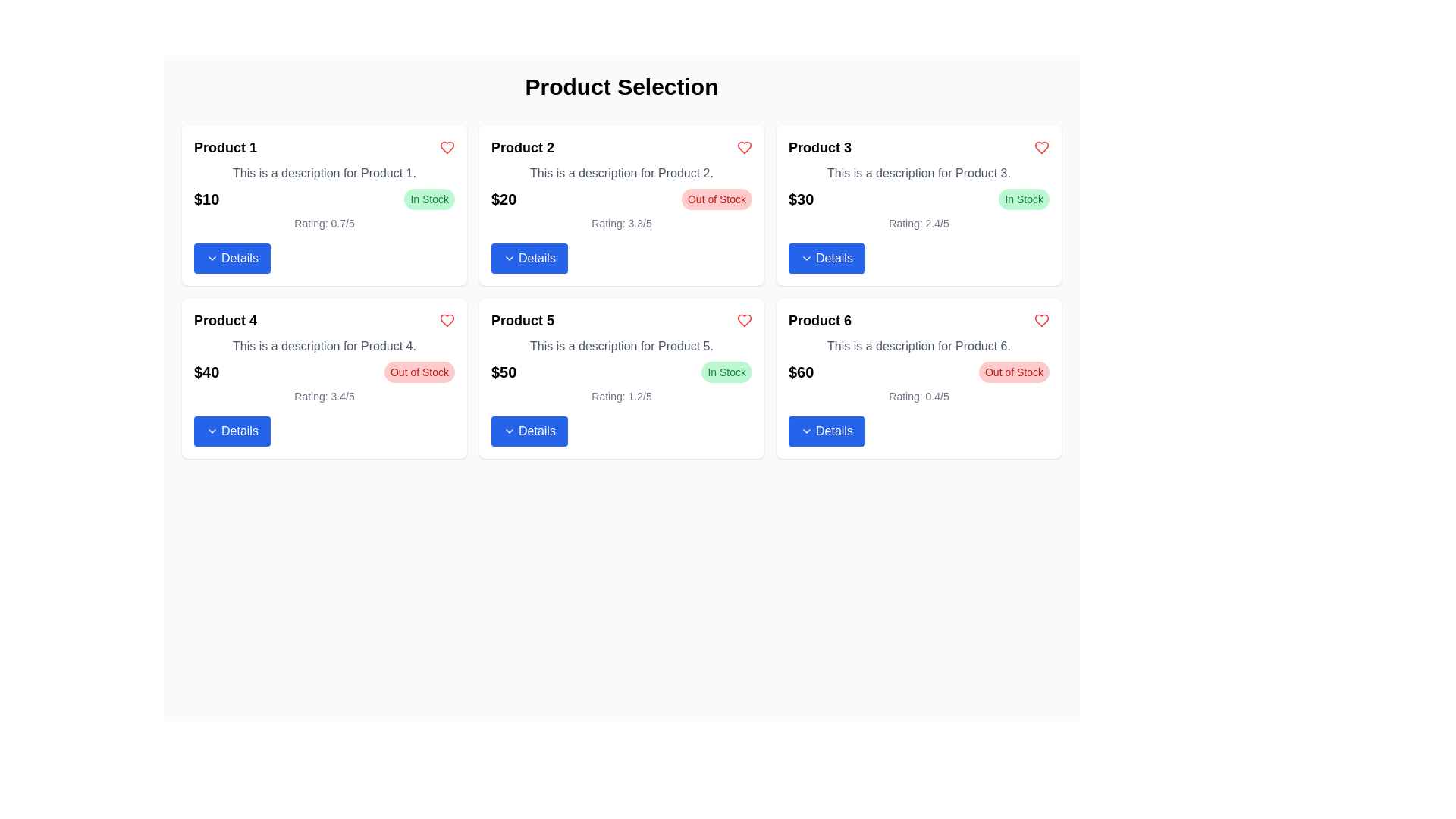 The width and height of the screenshot is (1456, 819). What do you see at coordinates (1014, 372) in the screenshot?
I see `the 'Out of Stock' badge with a rounded design and red text on a light red background located next to the '$60' price label in Product 6's card` at bounding box center [1014, 372].